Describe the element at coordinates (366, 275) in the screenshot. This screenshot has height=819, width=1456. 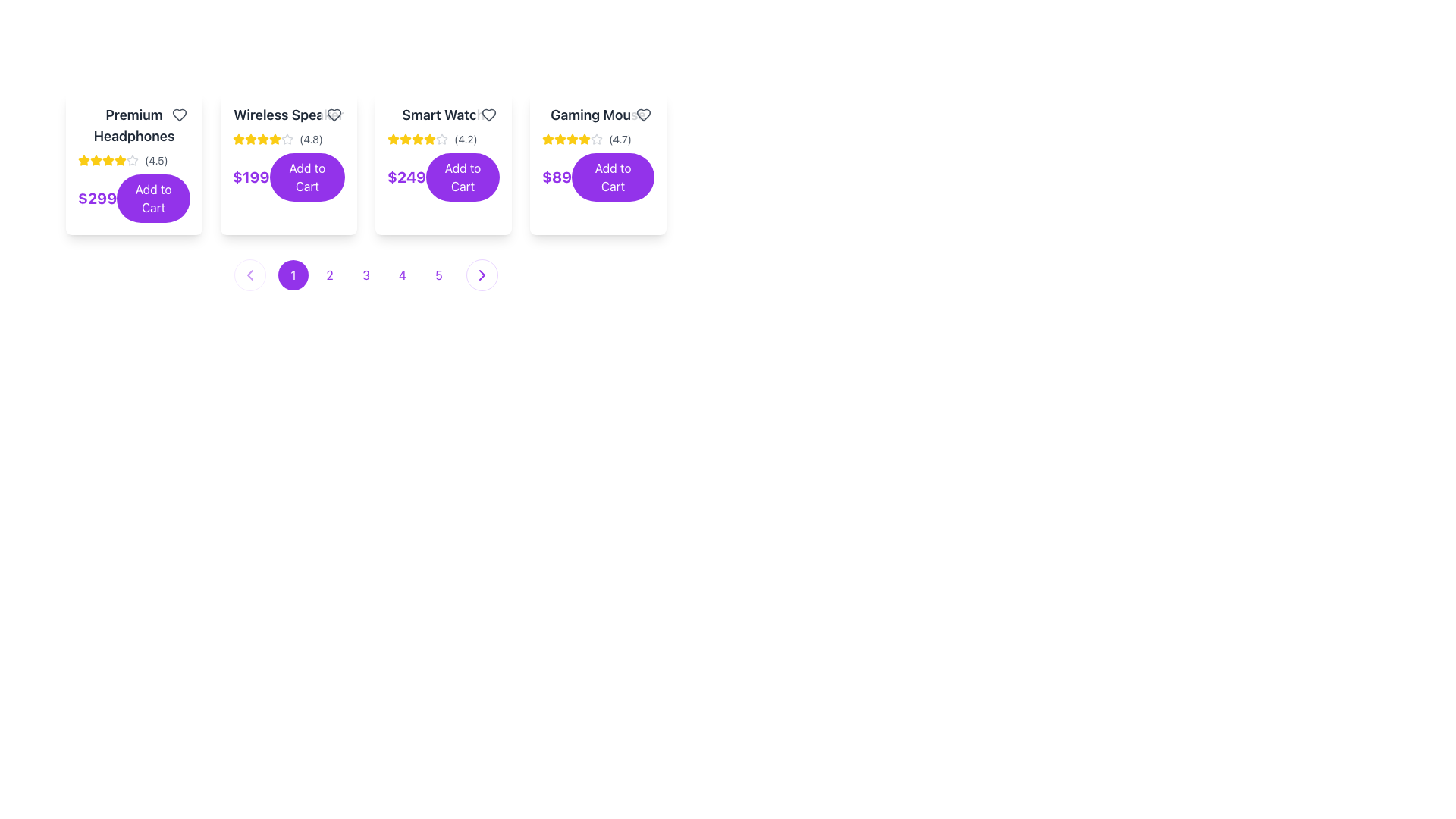
I see `the numeric button labeled '3', which is a circular purple button with white text` at that location.